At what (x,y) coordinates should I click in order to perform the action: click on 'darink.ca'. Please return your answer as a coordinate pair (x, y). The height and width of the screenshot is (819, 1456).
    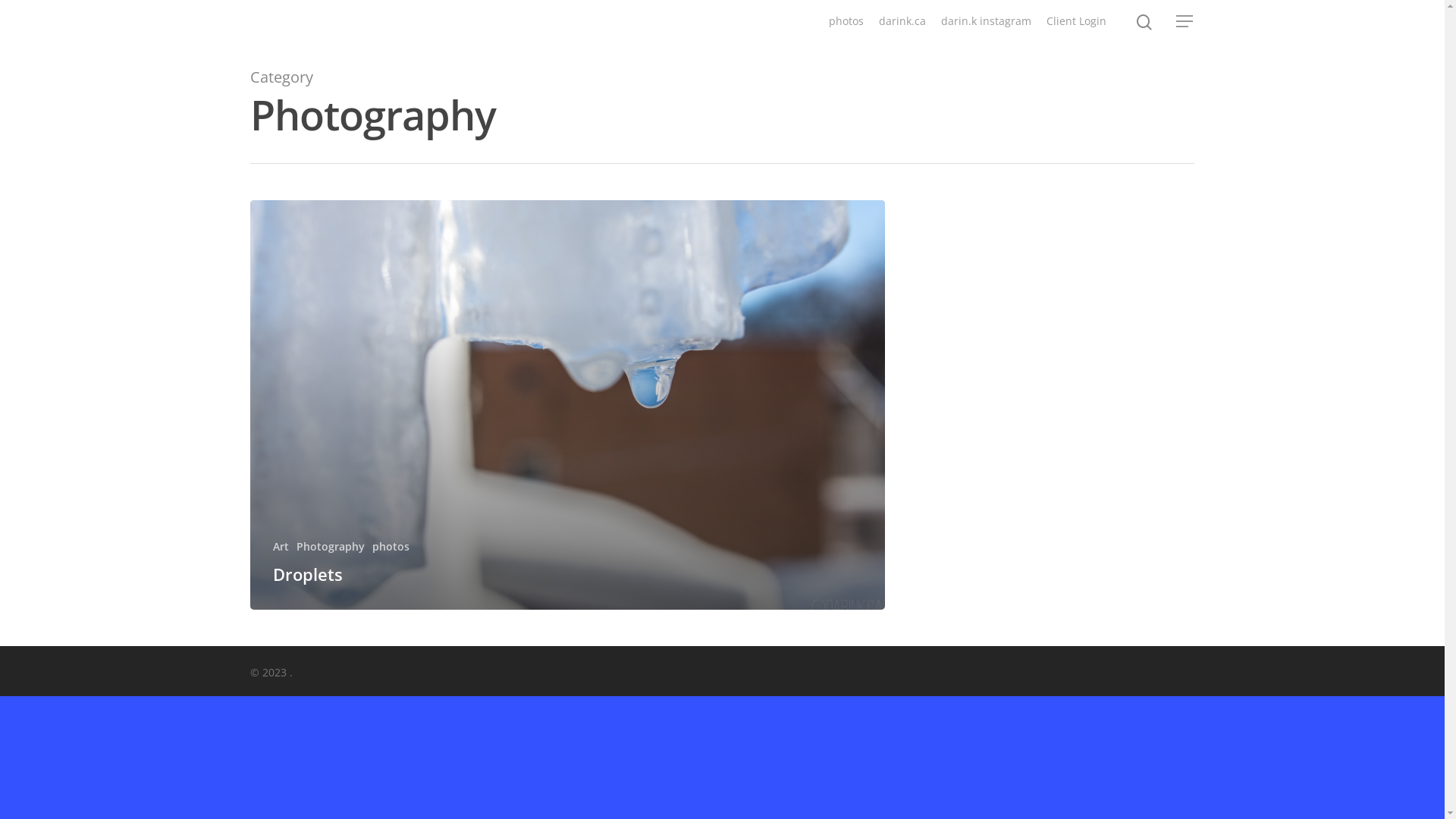
    Looking at the image, I should click on (902, 20).